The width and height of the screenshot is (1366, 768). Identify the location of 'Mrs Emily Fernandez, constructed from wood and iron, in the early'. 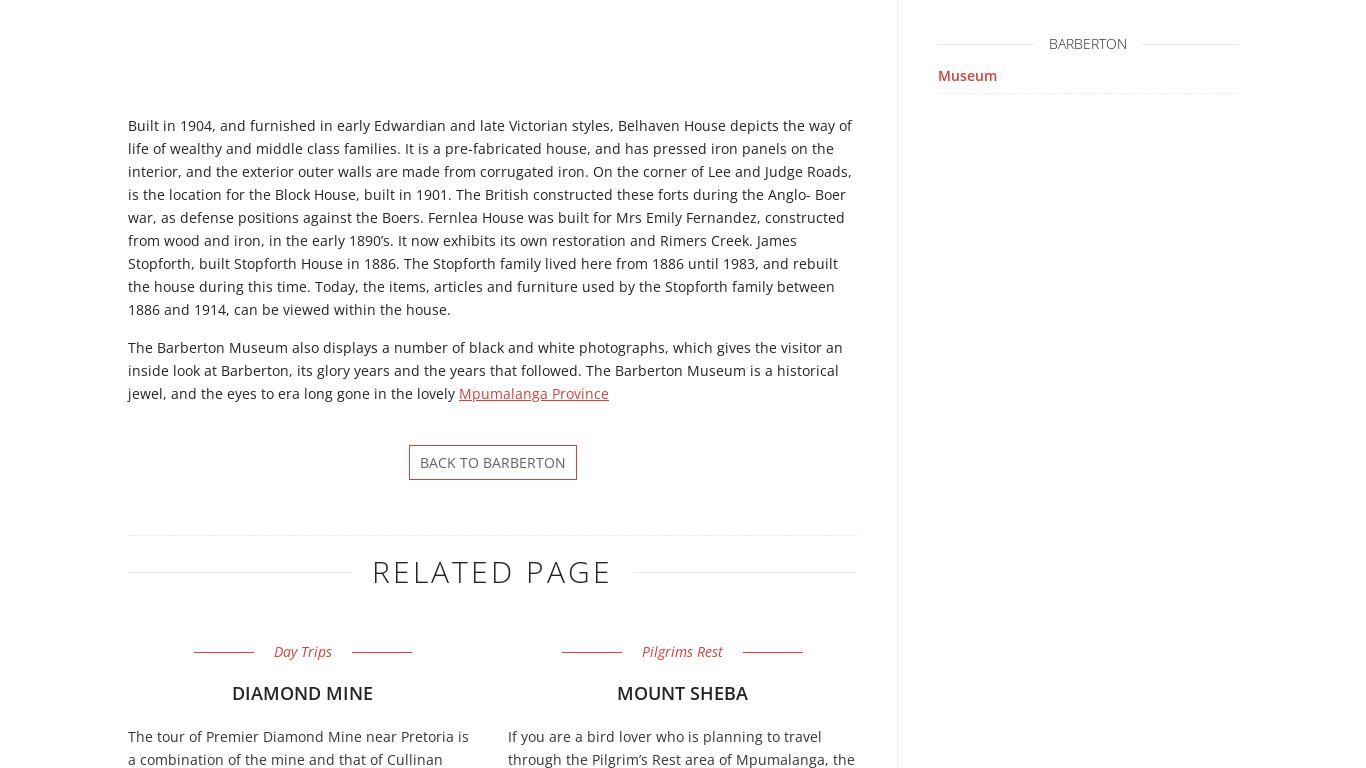
(486, 229).